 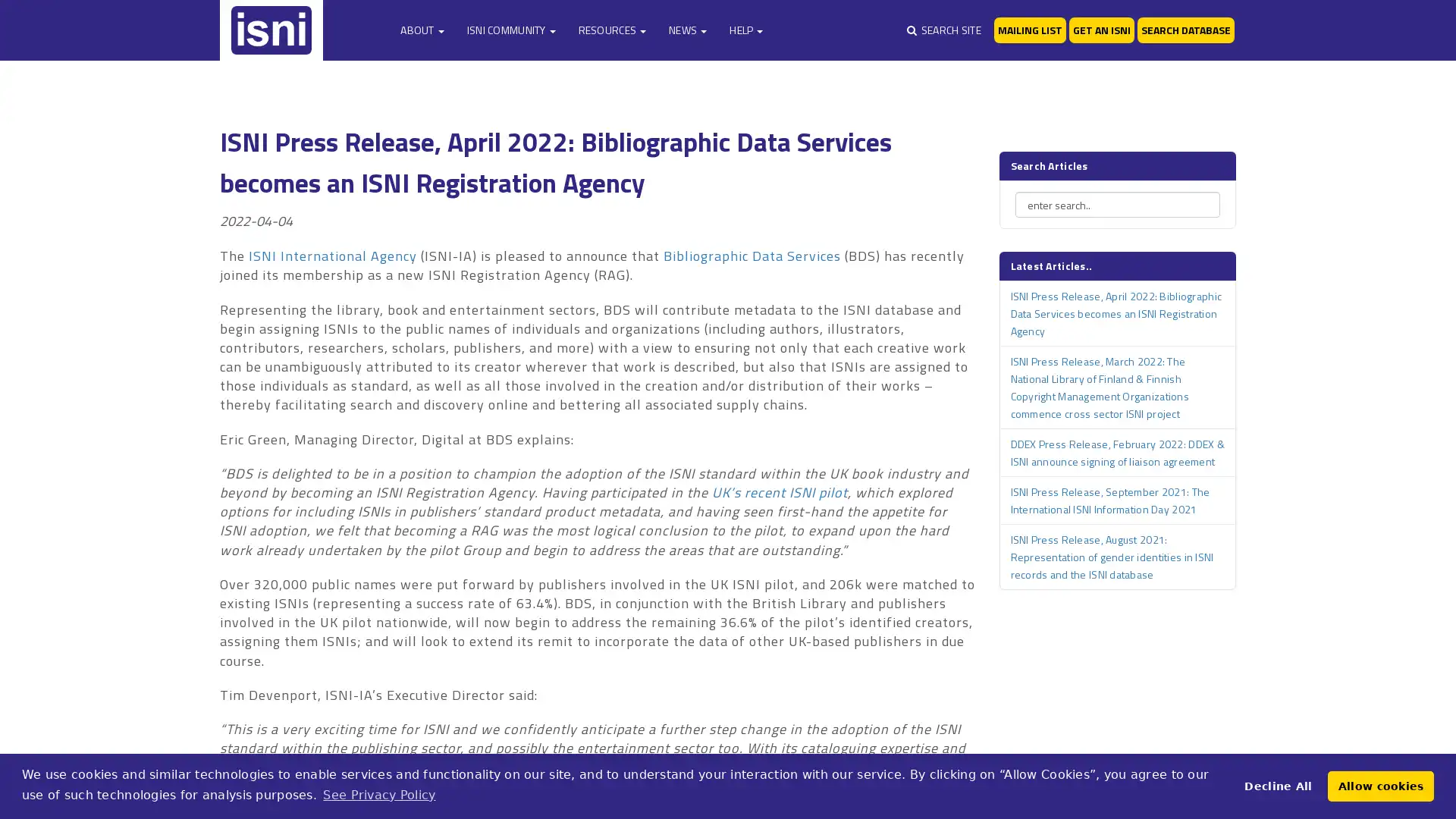 I want to click on deny cookies, so click(x=1277, y=785).